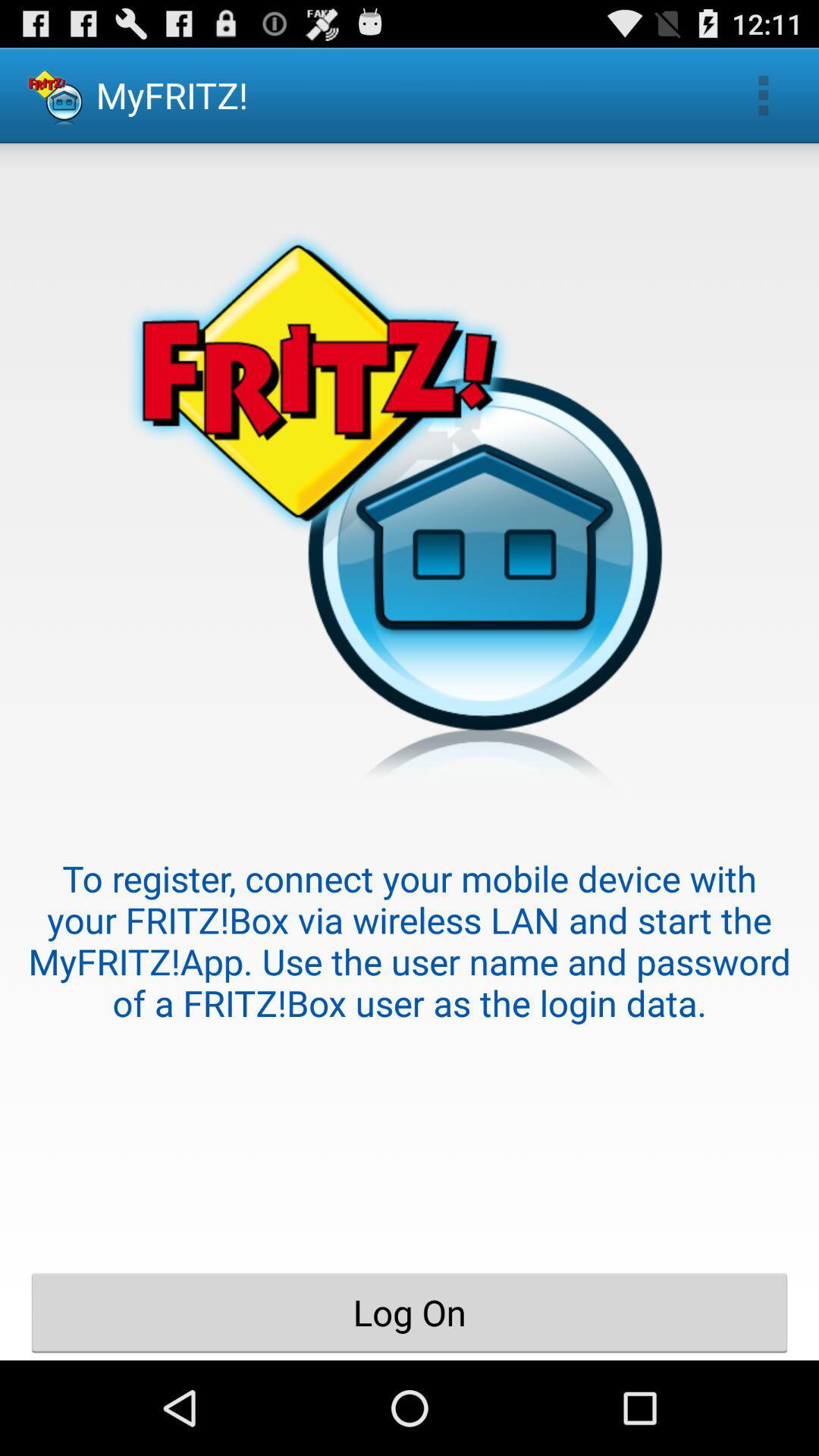 This screenshot has width=819, height=1456. Describe the element at coordinates (409, 1312) in the screenshot. I see `app below to register connect` at that location.